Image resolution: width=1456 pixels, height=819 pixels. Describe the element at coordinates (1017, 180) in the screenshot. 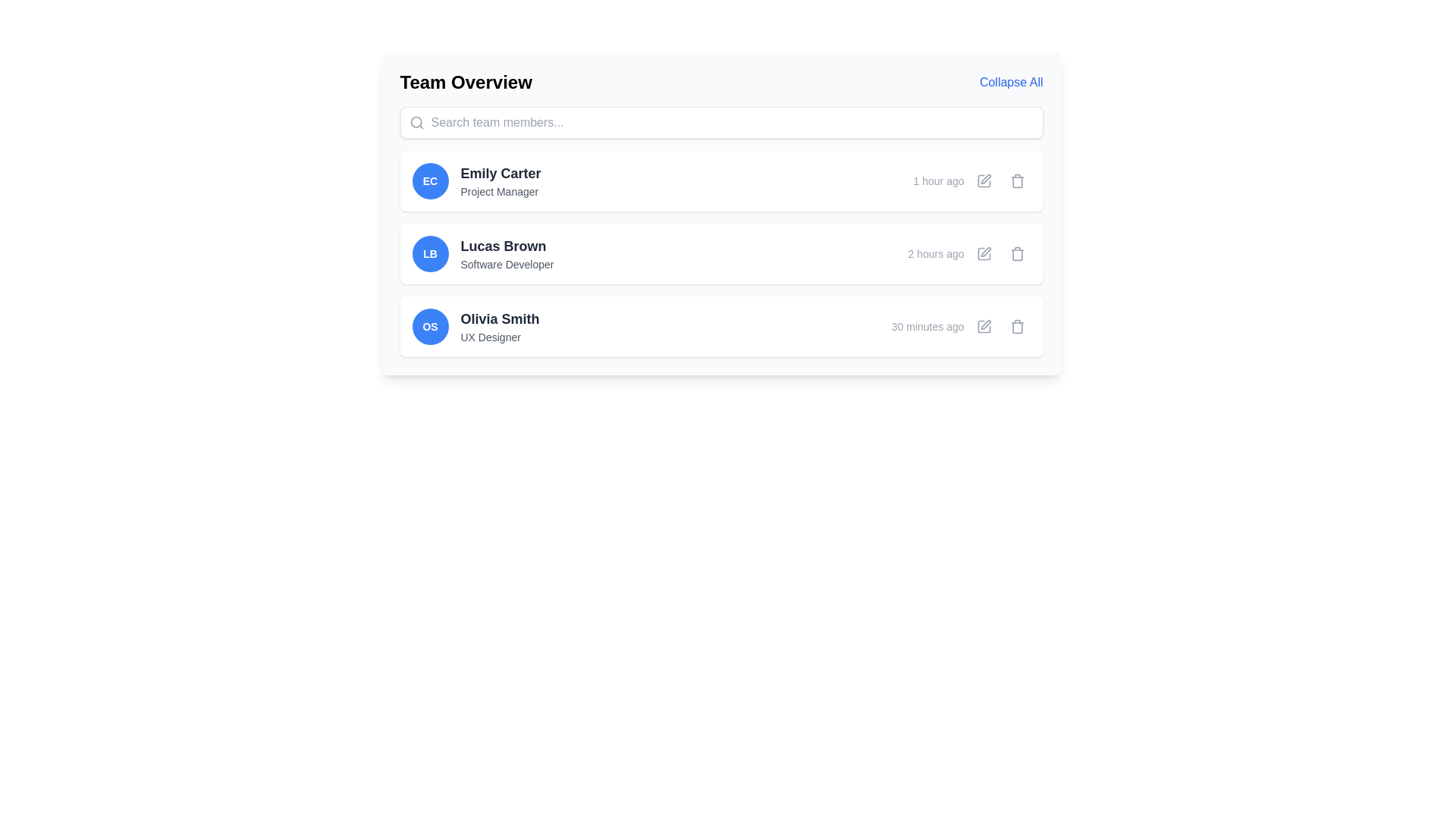

I see `the delete button located at the far-right end of the row of icons` at that location.